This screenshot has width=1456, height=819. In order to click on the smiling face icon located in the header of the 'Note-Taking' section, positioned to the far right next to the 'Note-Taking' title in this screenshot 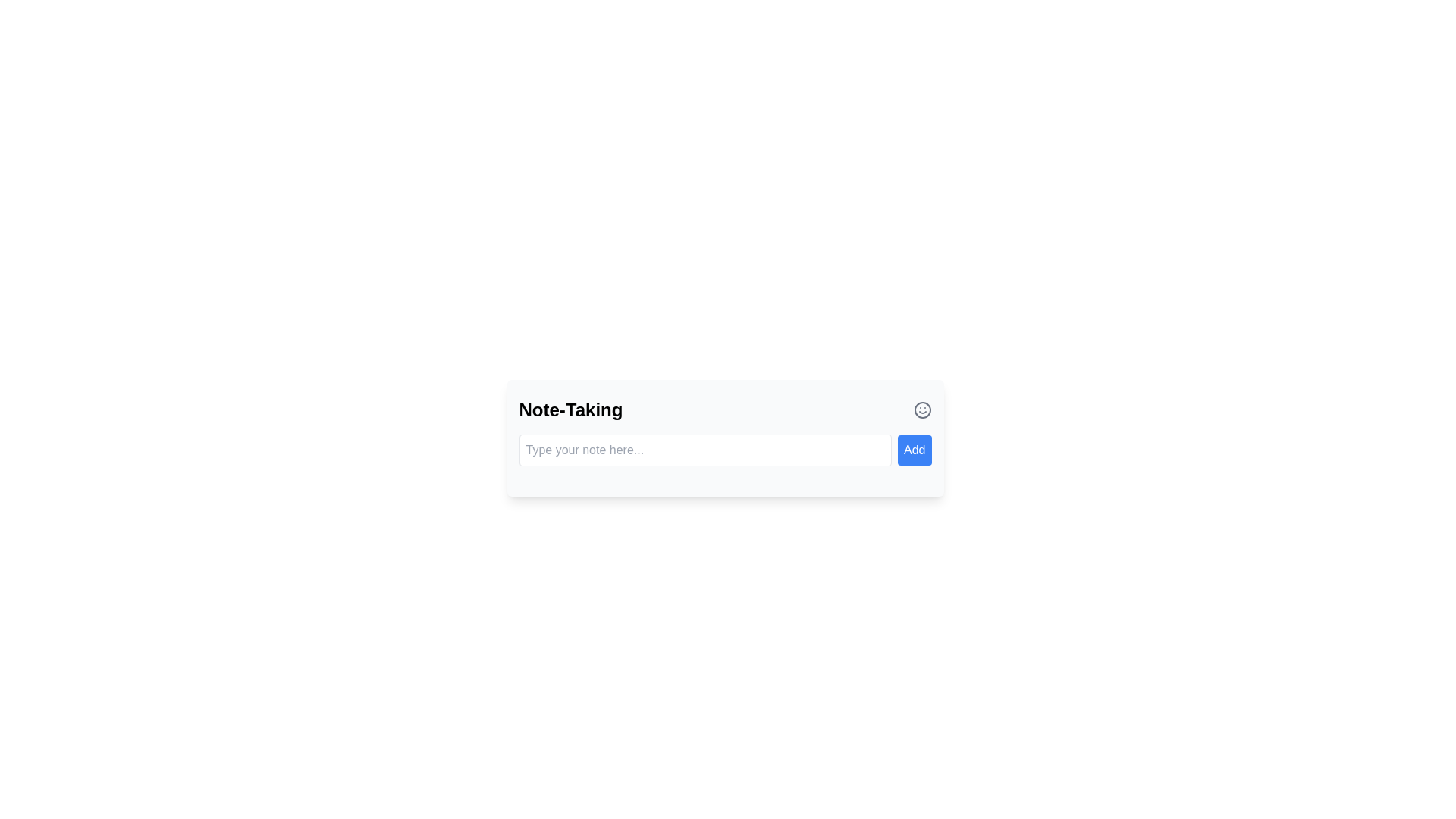, I will do `click(921, 409)`.